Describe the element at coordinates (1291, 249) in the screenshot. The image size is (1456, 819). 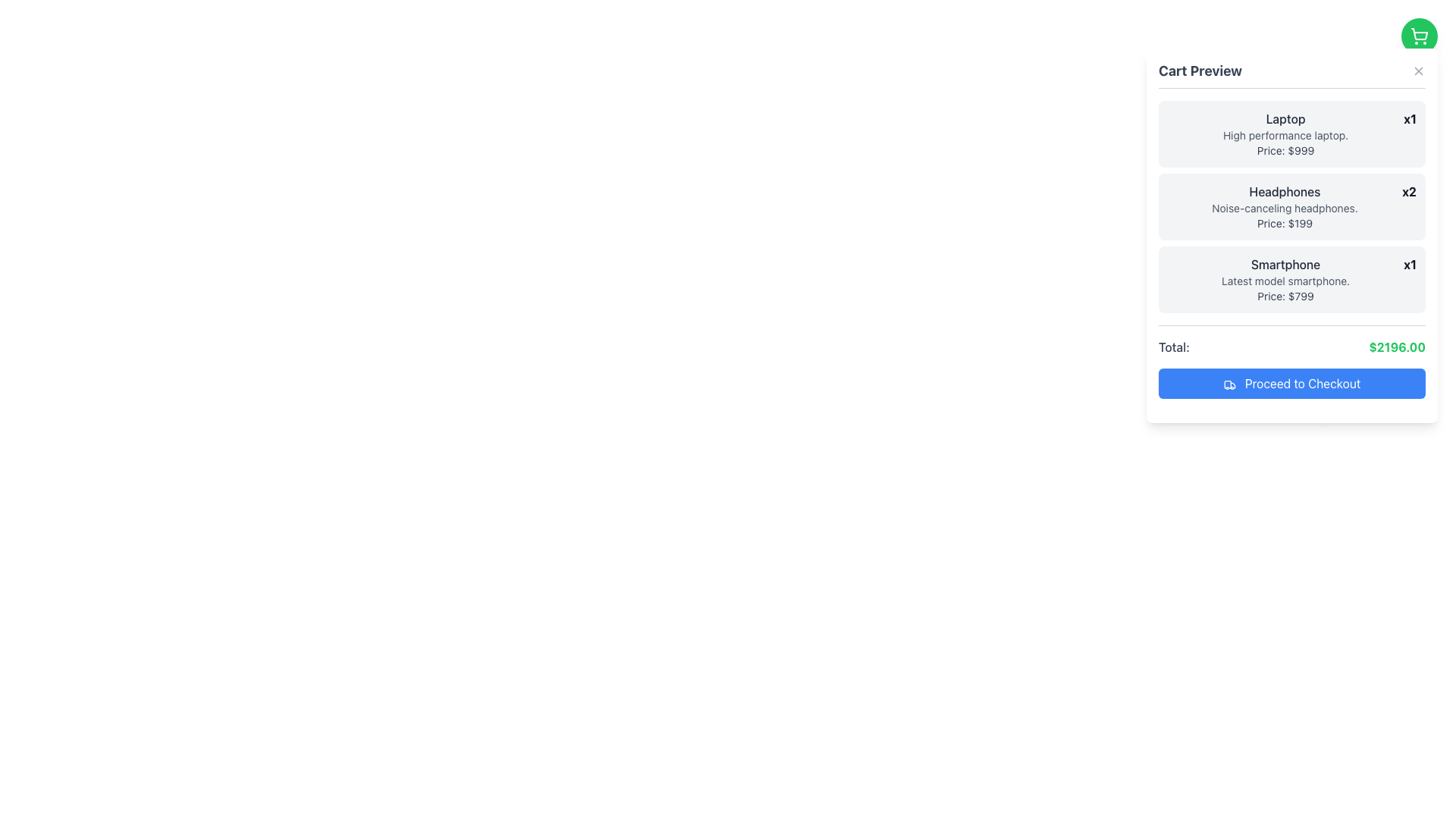
I see `the Cart item summary displaying 'Smartphone' with a brief description 'Latest model smartphone'` at that location.